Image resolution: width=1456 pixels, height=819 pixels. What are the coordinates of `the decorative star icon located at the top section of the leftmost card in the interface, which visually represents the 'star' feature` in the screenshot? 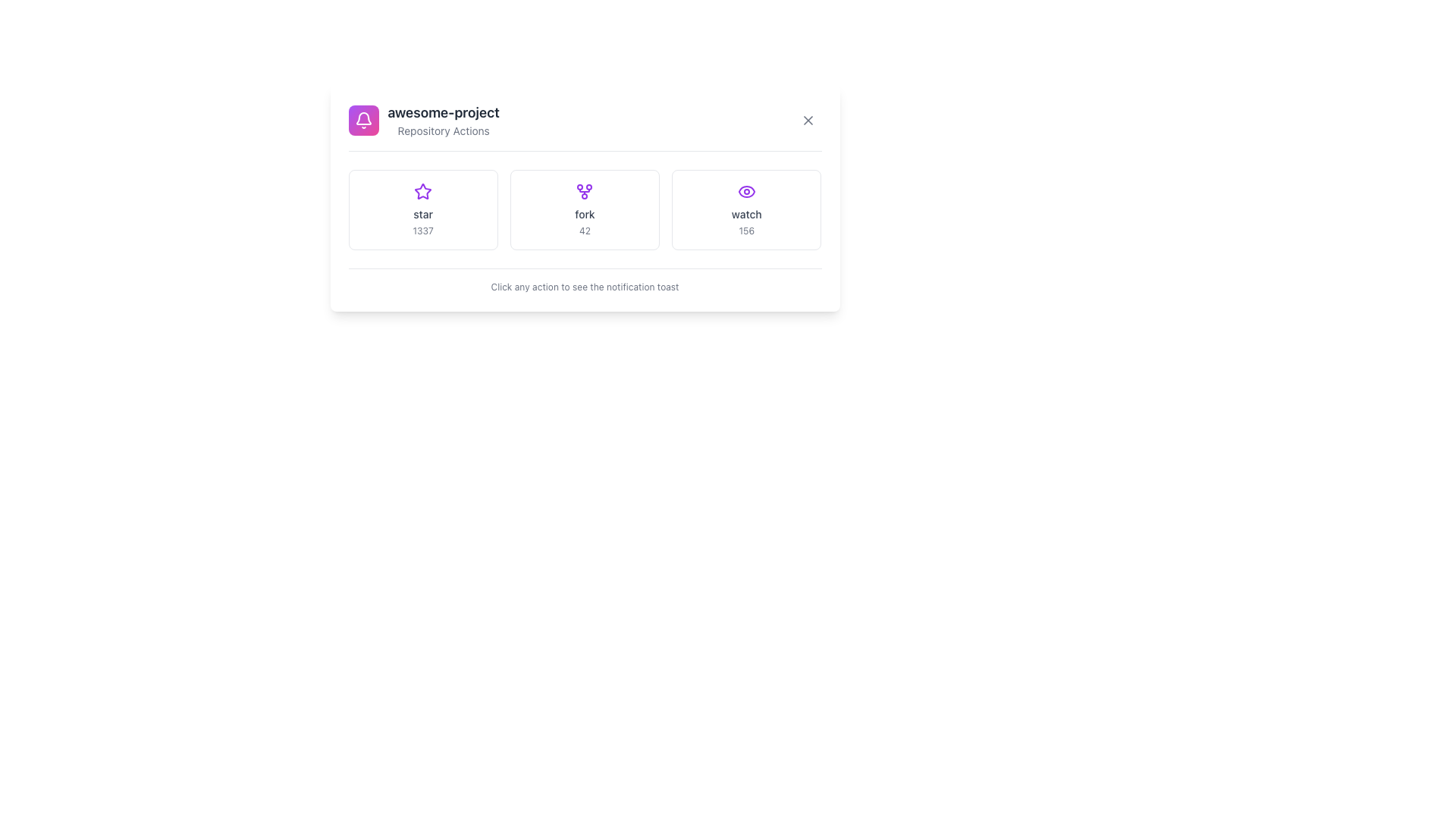 It's located at (423, 191).